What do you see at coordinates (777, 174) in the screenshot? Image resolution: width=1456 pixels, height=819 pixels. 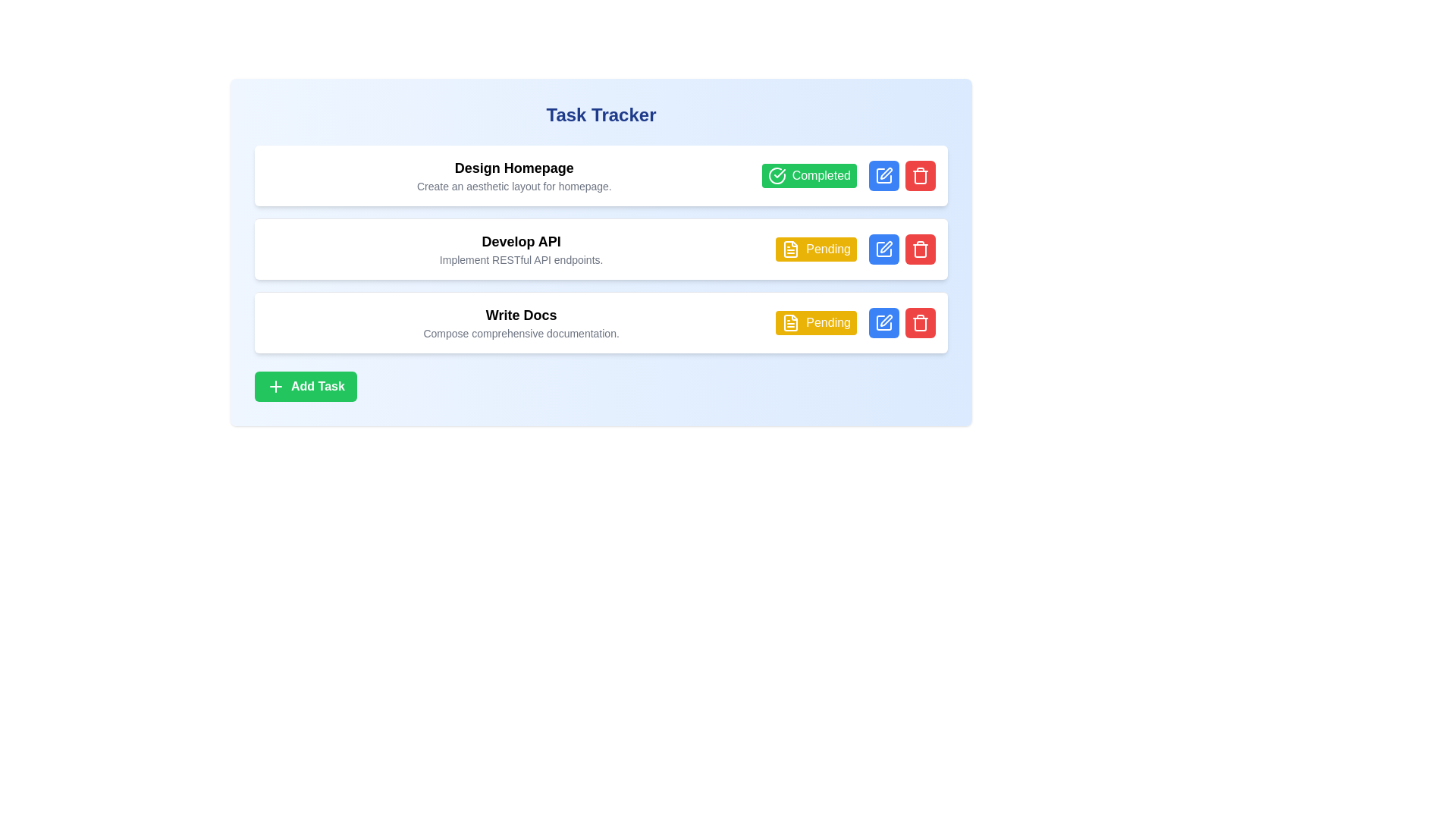 I see `the circular icon with a checkmark inside, which is styled in white lines on a green background, located to the left of the 'Completed' label in the 'Design Homepage' task row` at bounding box center [777, 174].